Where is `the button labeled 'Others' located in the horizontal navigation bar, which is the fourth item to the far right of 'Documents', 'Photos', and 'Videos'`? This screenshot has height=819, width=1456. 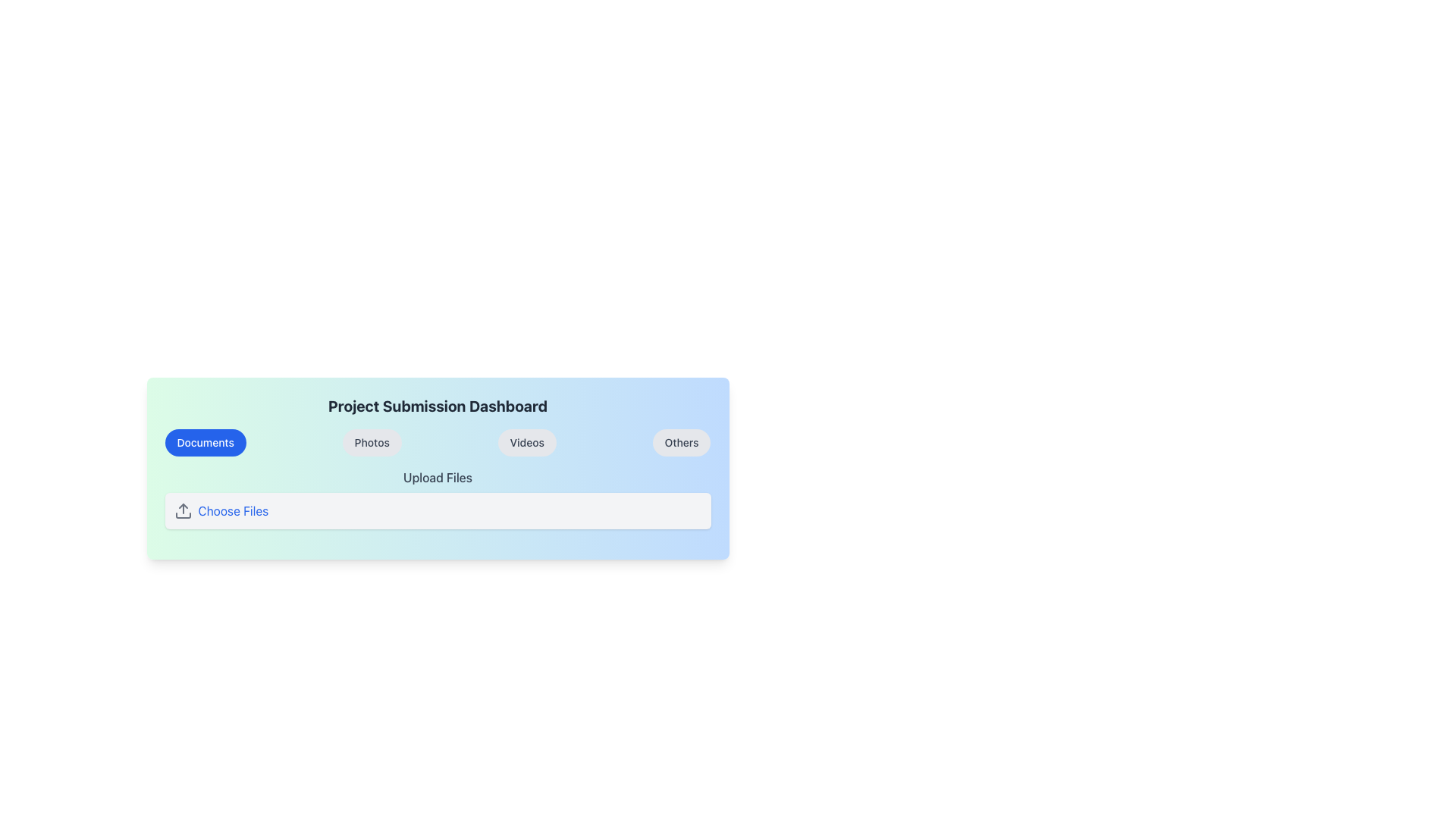
the button labeled 'Others' located in the horizontal navigation bar, which is the fourth item to the far right of 'Documents', 'Photos', and 'Videos' is located at coordinates (680, 442).